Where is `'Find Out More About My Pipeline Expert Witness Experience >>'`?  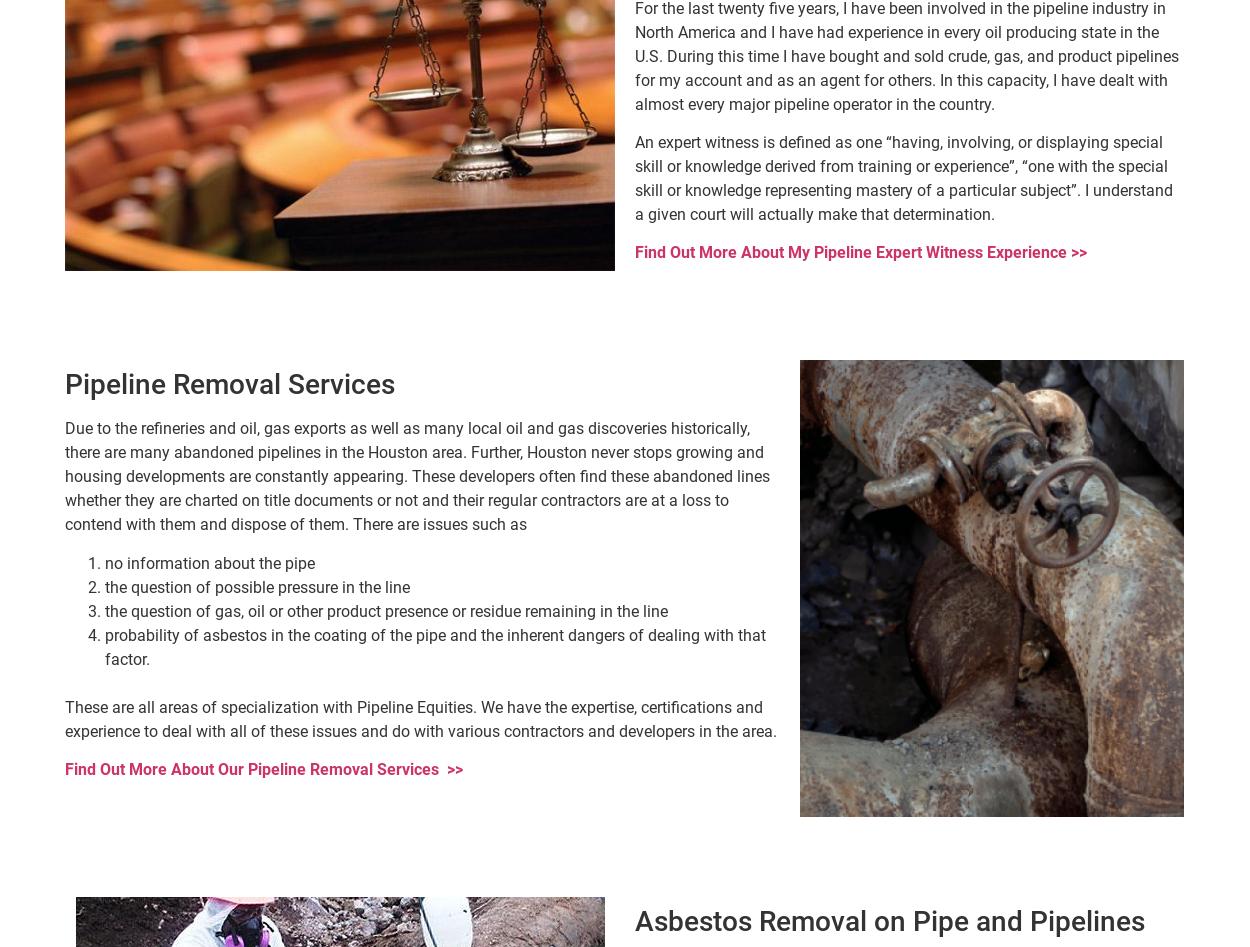 'Find Out More About My Pipeline Expert Witness Experience >>' is located at coordinates (860, 252).